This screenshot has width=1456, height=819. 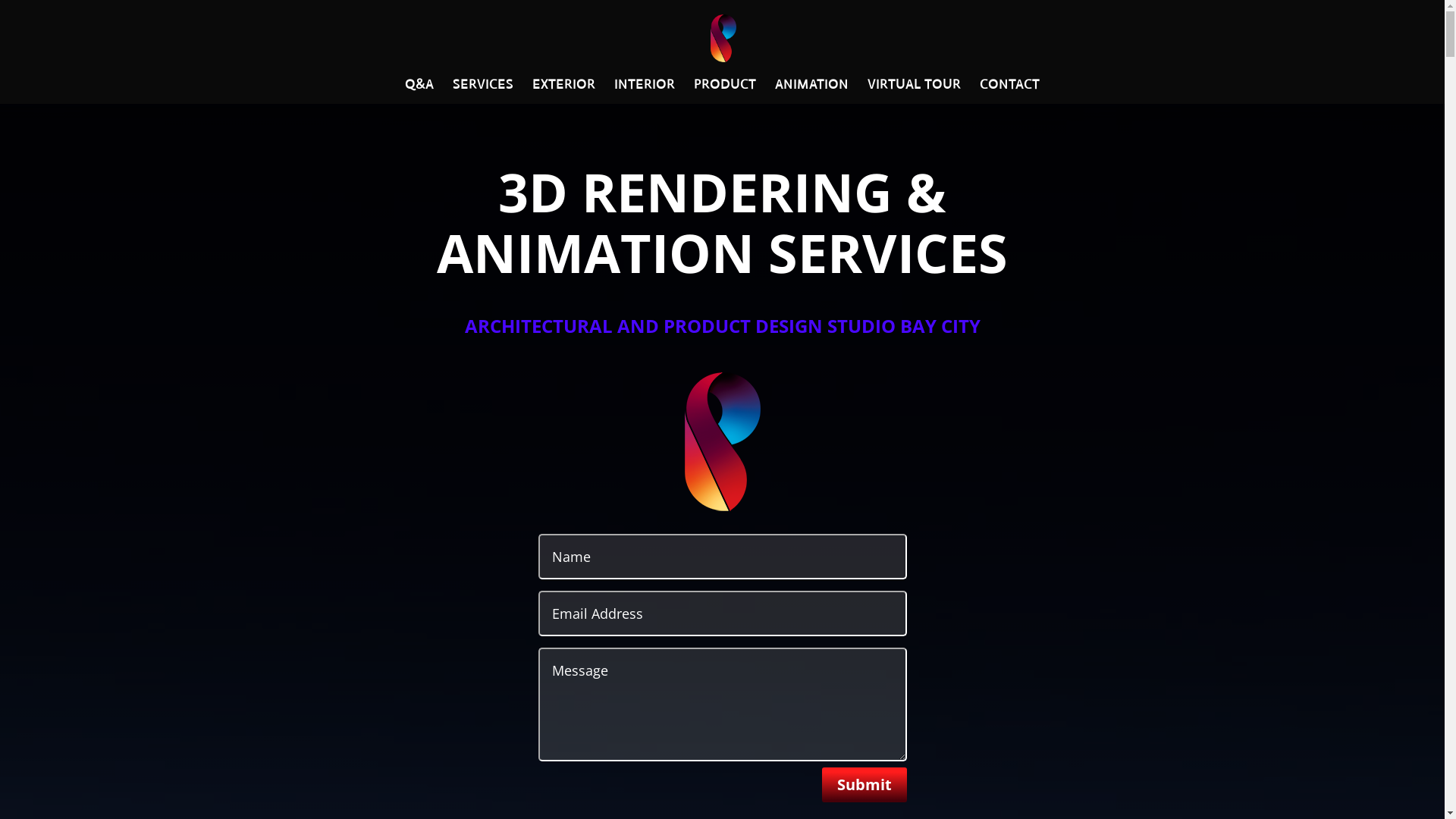 What do you see at coordinates (693, 91) in the screenshot?
I see `'PRODUCT'` at bounding box center [693, 91].